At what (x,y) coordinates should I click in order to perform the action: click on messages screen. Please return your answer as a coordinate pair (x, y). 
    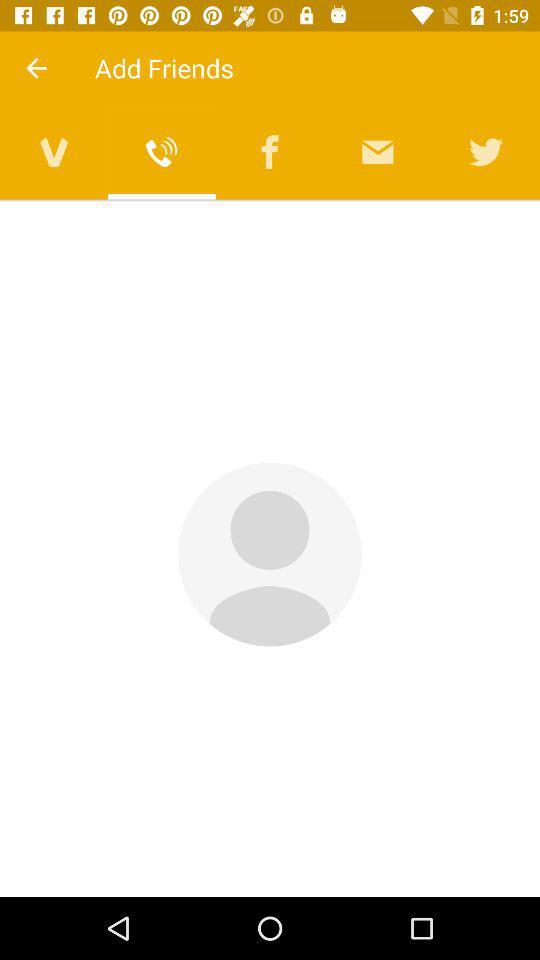
    Looking at the image, I should click on (378, 151).